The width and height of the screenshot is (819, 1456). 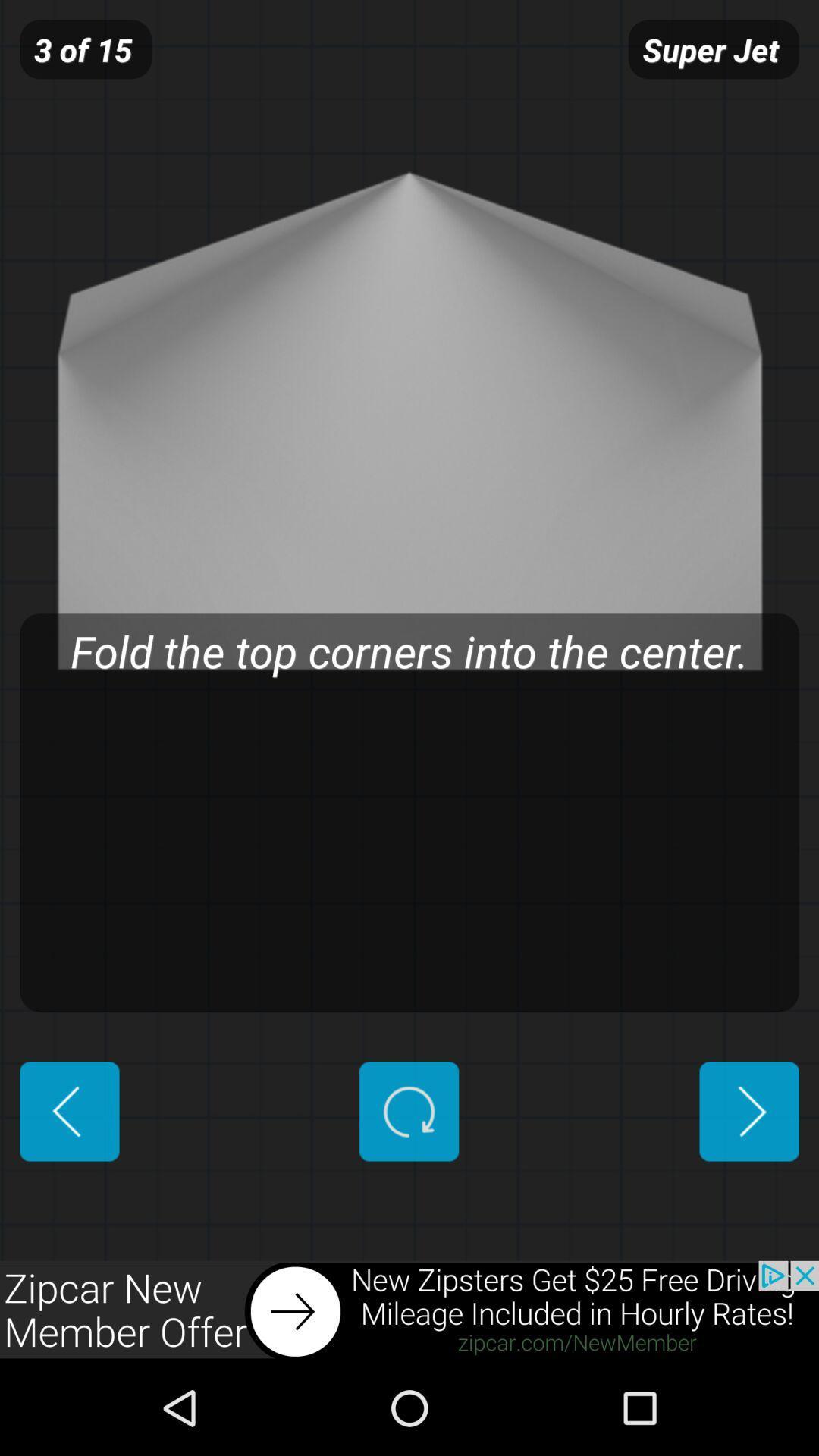 I want to click on this advertised product, so click(x=409, y=1310).